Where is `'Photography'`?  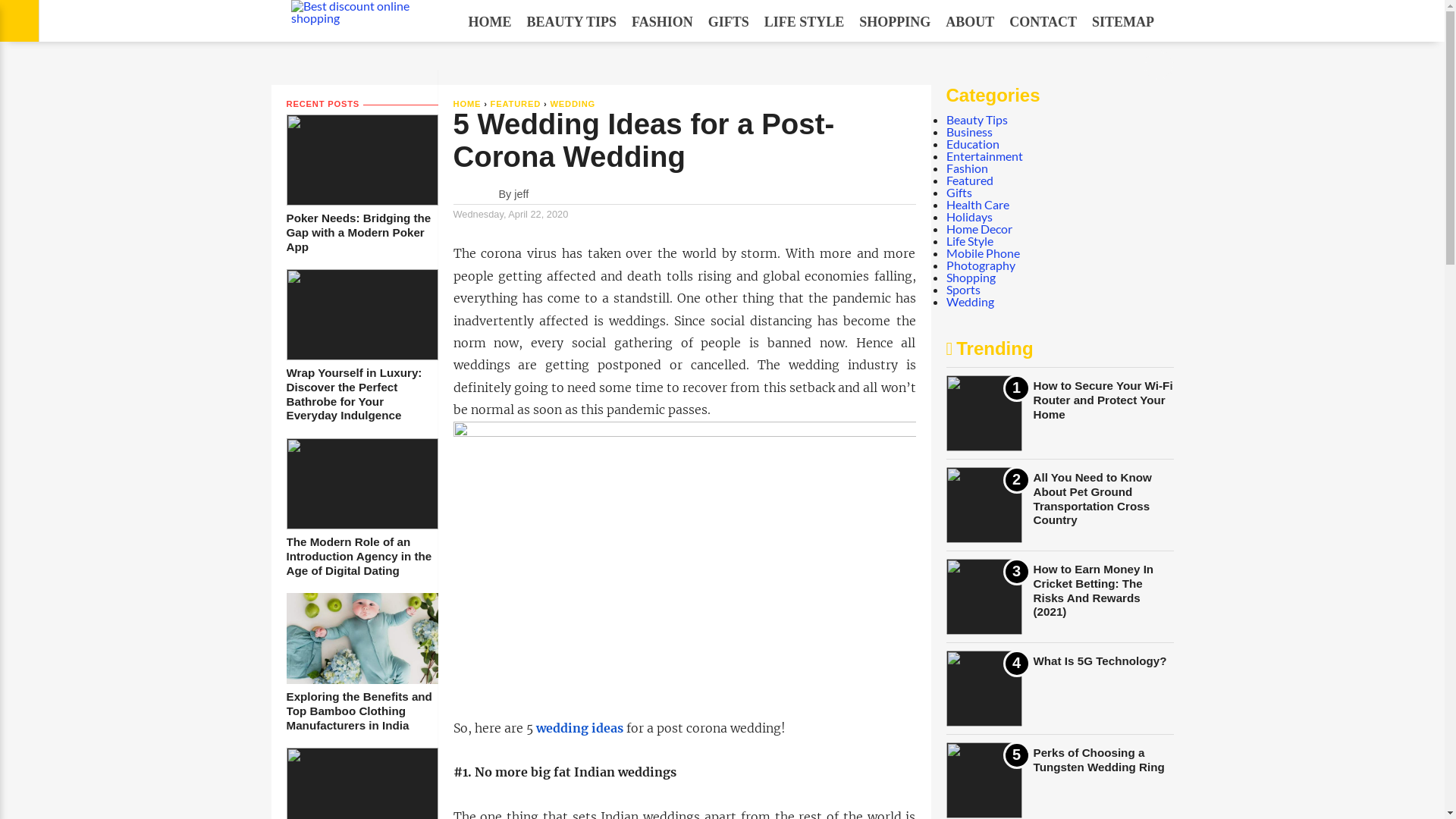
'Photography' is located at coordinates (981, 264).